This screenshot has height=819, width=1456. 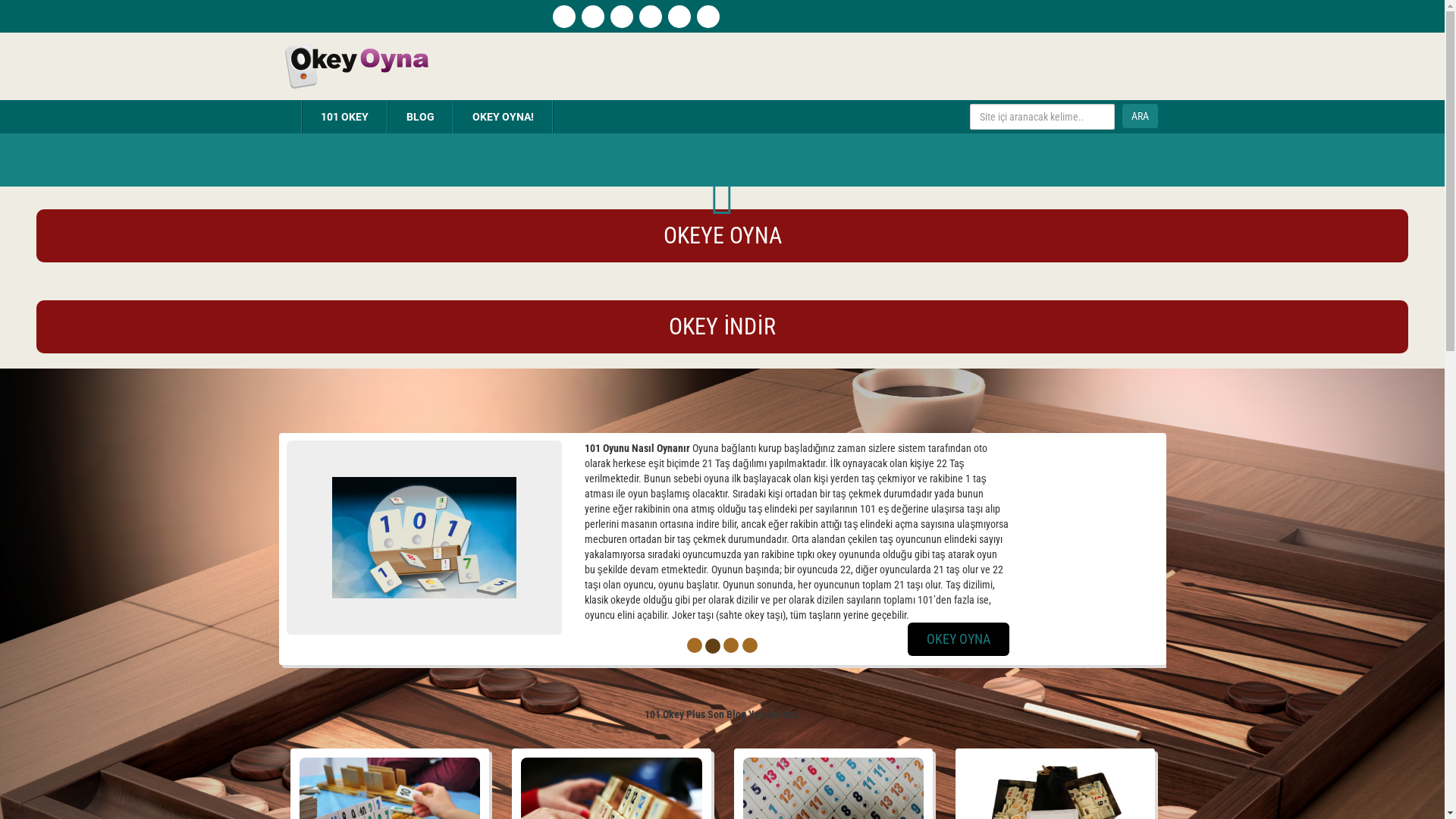 I want to click on 'Facebook'da Biz', so click(x=591, y=17).